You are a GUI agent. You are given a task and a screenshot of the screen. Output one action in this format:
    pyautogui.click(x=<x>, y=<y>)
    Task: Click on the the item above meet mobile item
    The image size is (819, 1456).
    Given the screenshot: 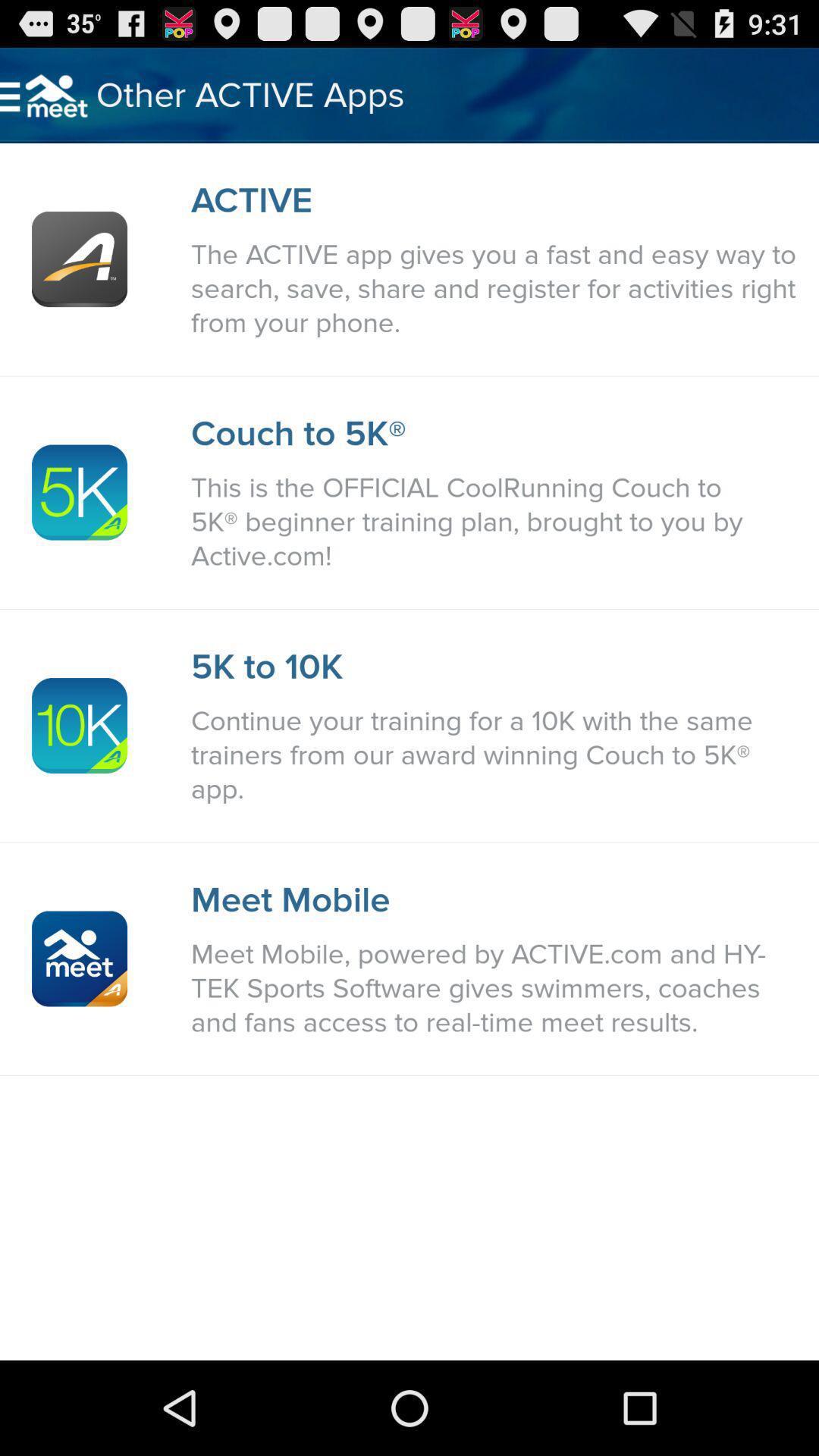 What is the action you would take?
    pyautogui.click(x=497, y=755)
    